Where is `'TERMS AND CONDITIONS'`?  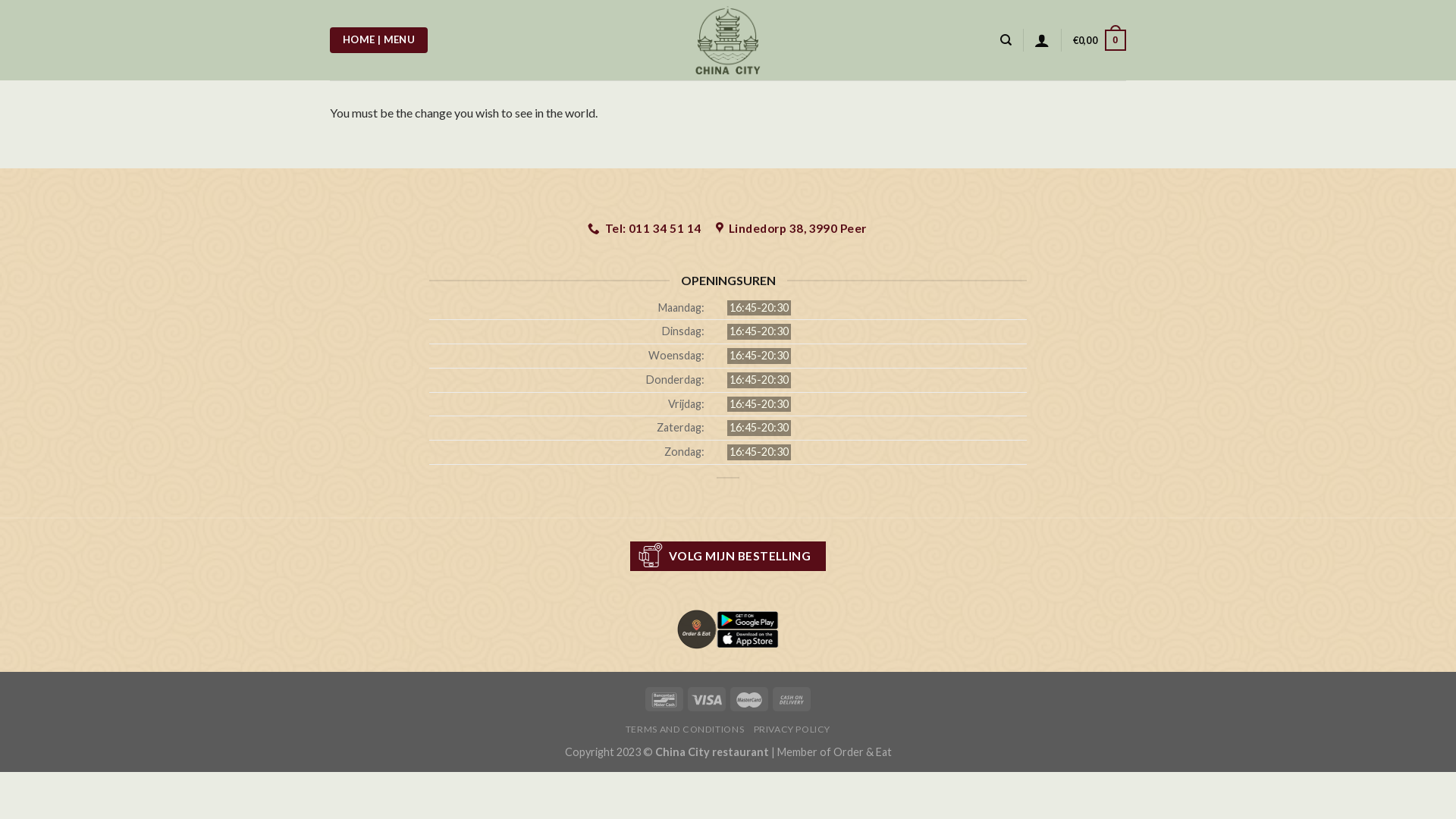
'TERMS AND CONDITIONS' is located at coordinates (683, 728).